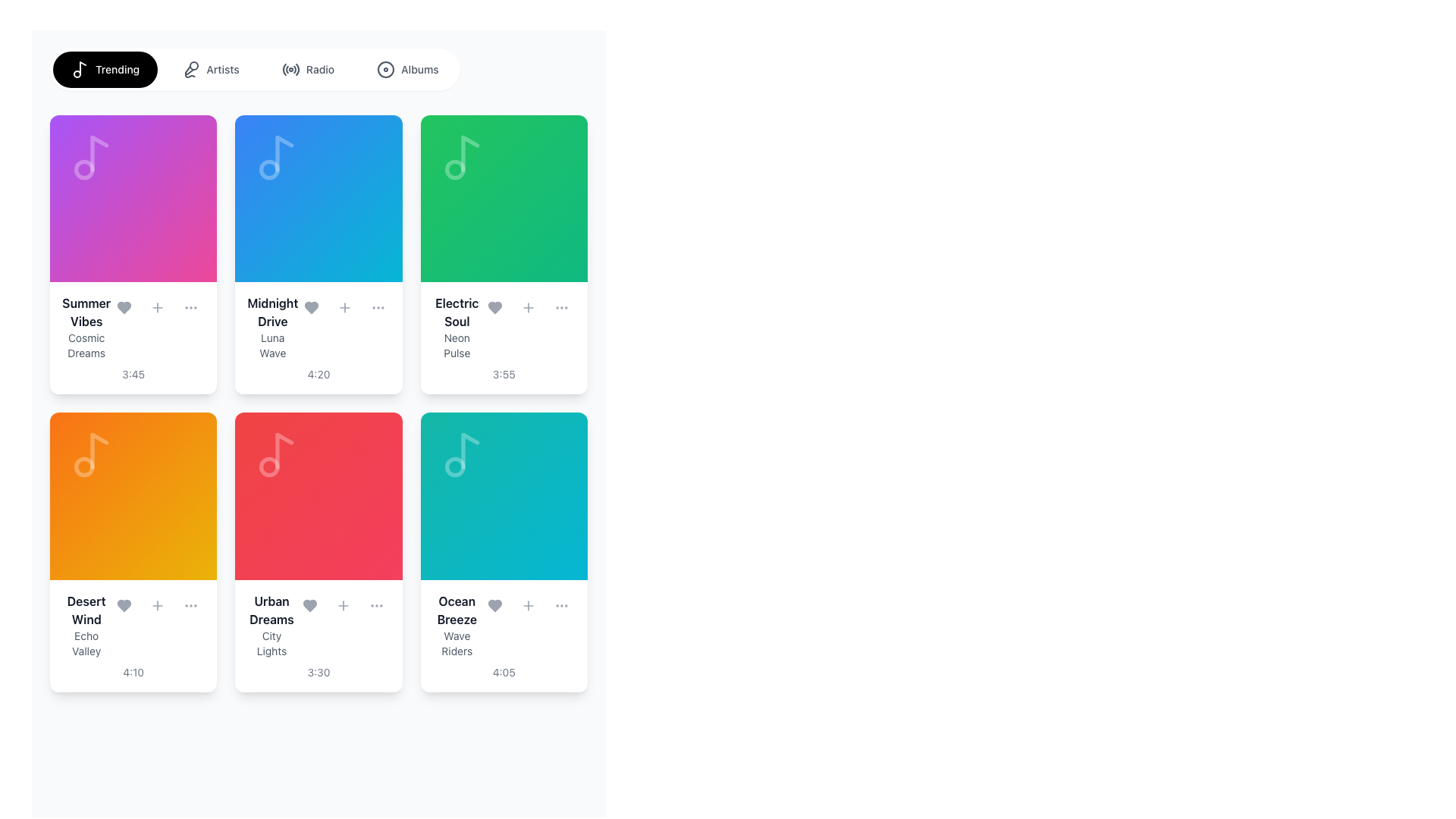 This screenshot has height=819, width=1456. I want to click on the heart icon, which serves as a 'like' or 'favorite' button, located in the bottom section of the 'Ocean Breeze' card, so click(494, 604).